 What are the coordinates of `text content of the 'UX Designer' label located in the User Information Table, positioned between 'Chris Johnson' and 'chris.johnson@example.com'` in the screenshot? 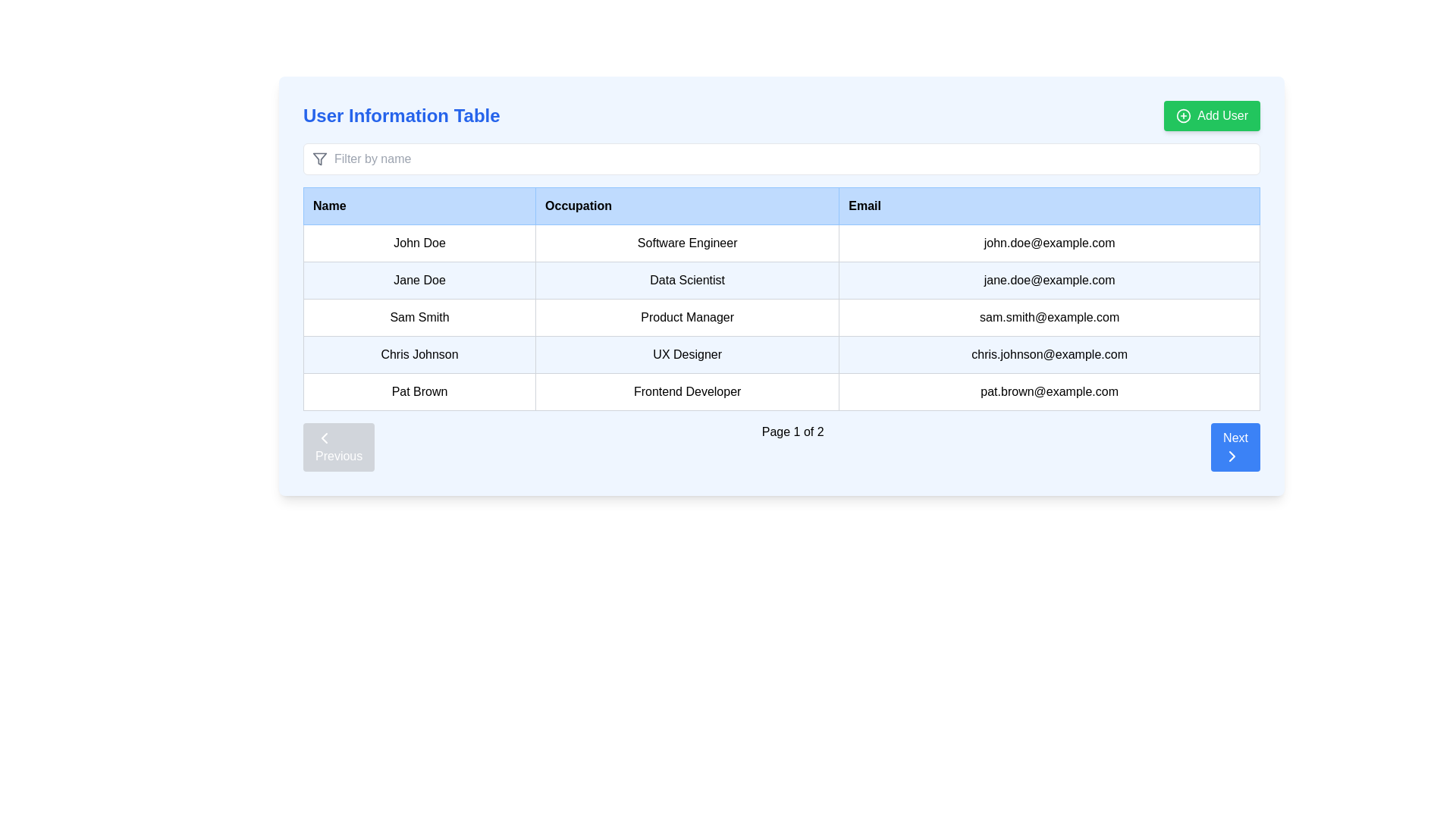 It's located at (686, 354).